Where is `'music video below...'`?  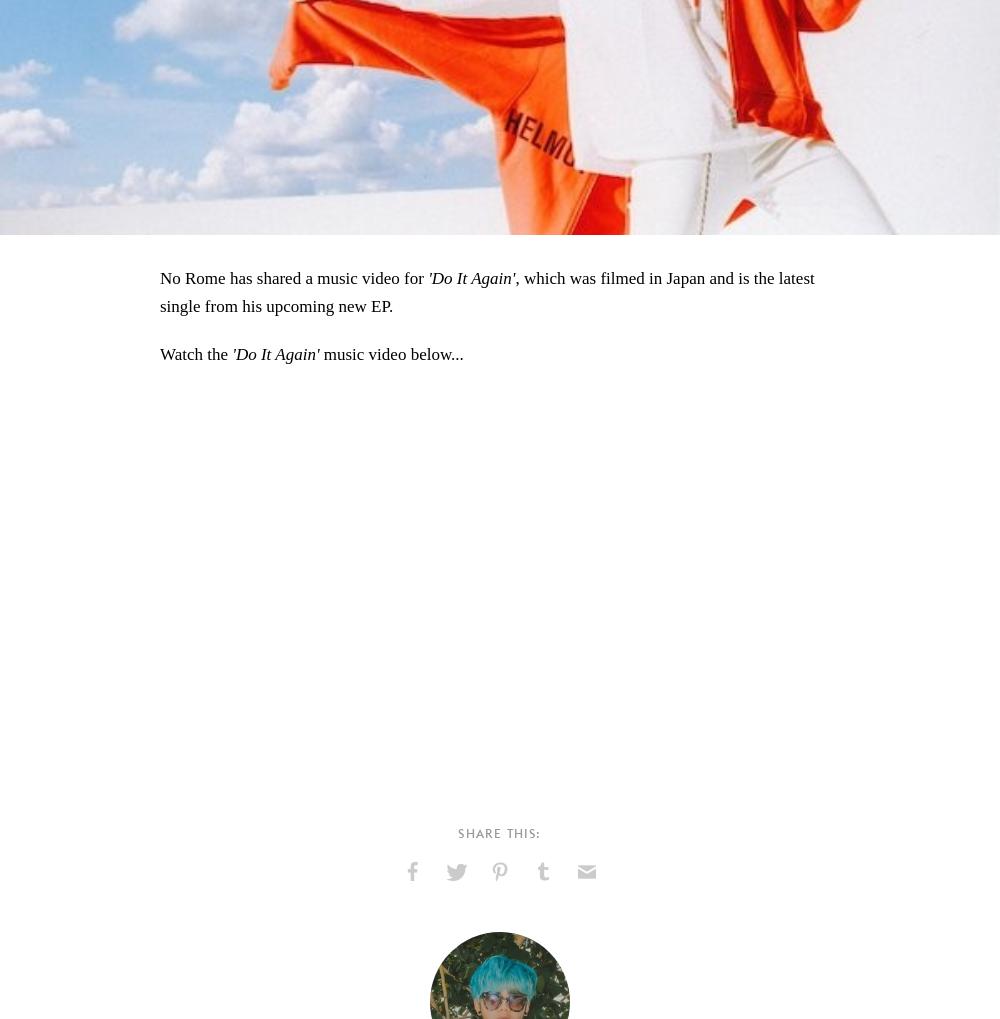
'music video below...' is located at coordinates (391, 354).